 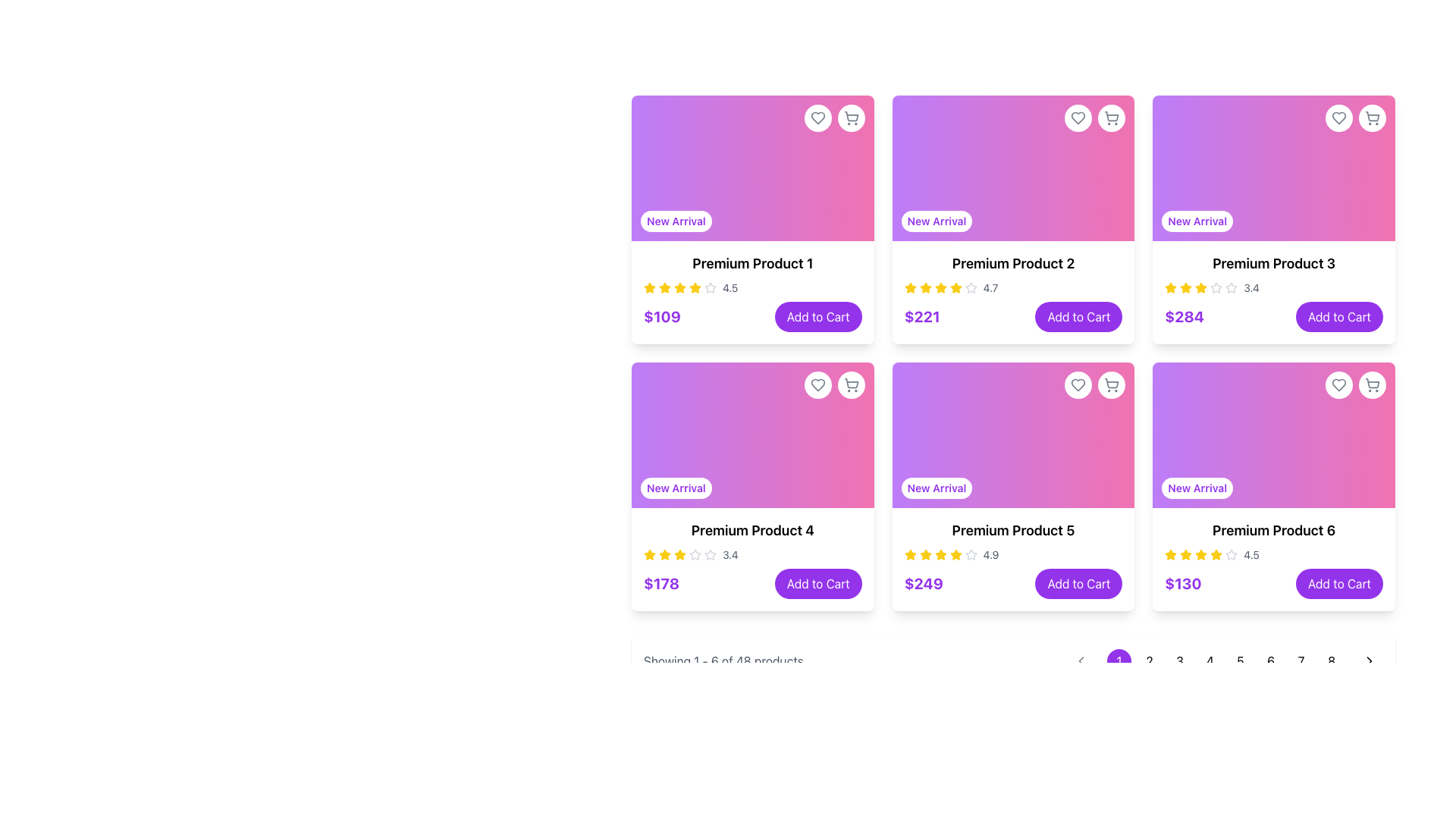 I want to click on the circular button with a white background and a gray outlined heart icon, located at the top-right corner of the card for 'Premium Product 6', positioned left of the shopping cart icon, so click(x=1339, y=384).